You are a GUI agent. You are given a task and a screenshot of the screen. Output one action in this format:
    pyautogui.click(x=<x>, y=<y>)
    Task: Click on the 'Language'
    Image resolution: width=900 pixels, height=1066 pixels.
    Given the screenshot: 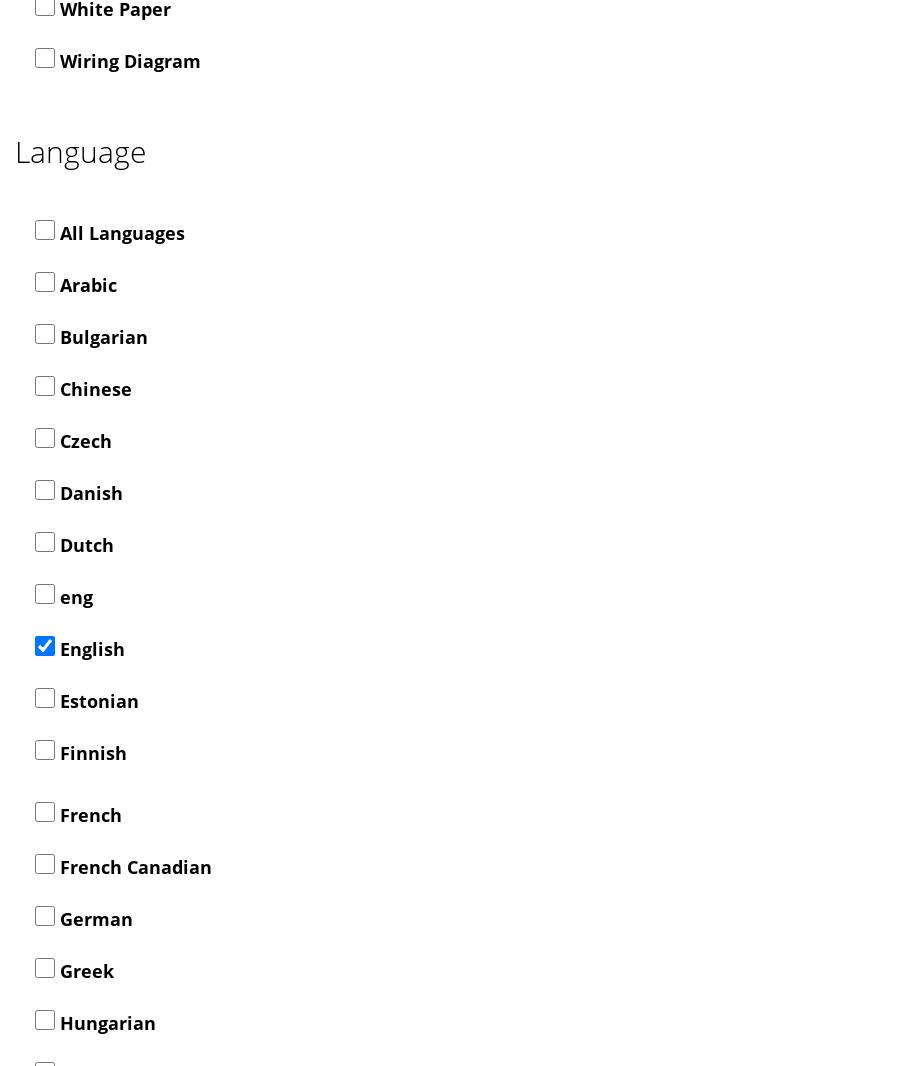 What is the action you would take?
    pyautogui.click(x=79, y=149)
    